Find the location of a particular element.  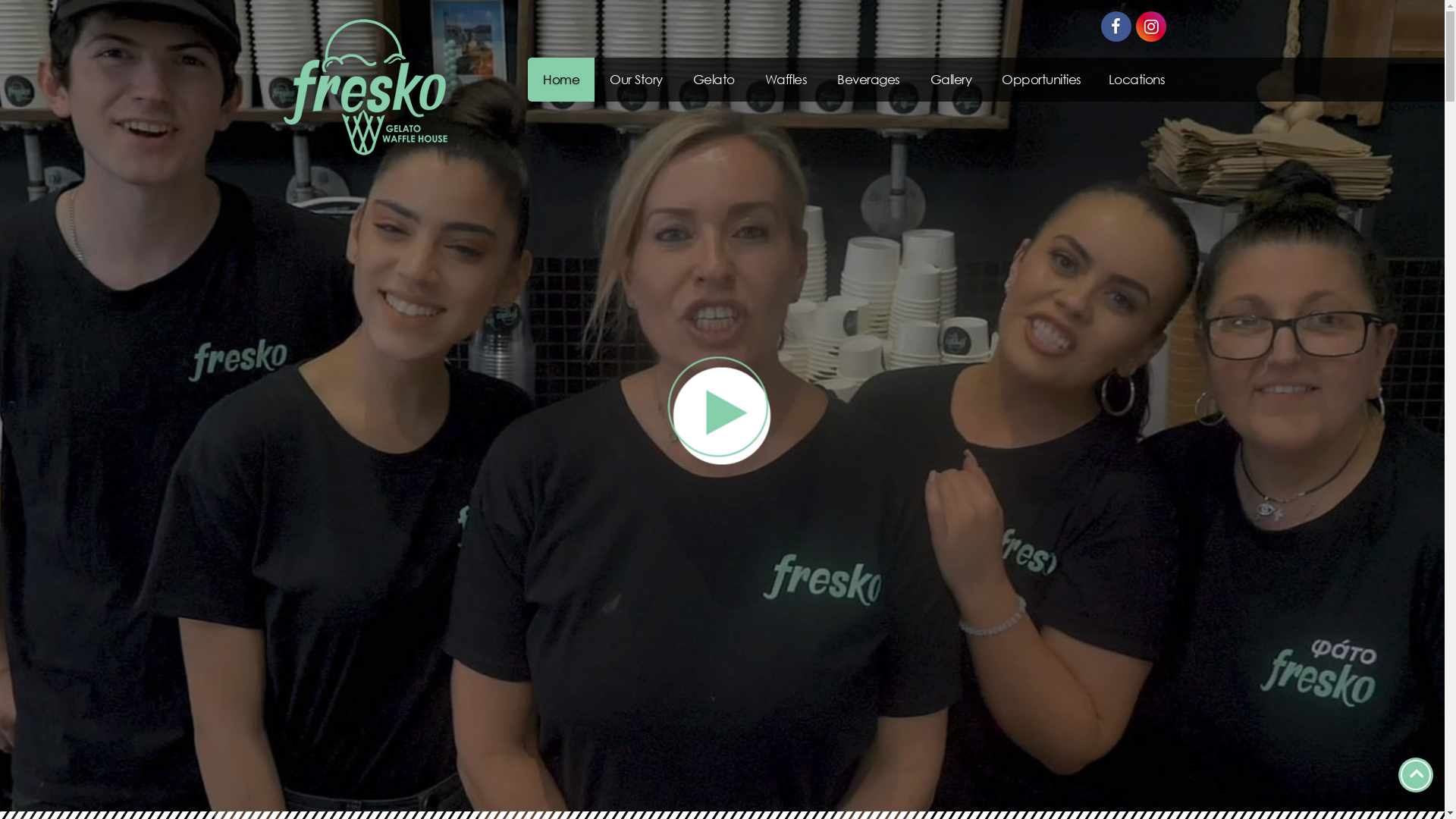

'Gelato' is located at coordinates (713, 79).